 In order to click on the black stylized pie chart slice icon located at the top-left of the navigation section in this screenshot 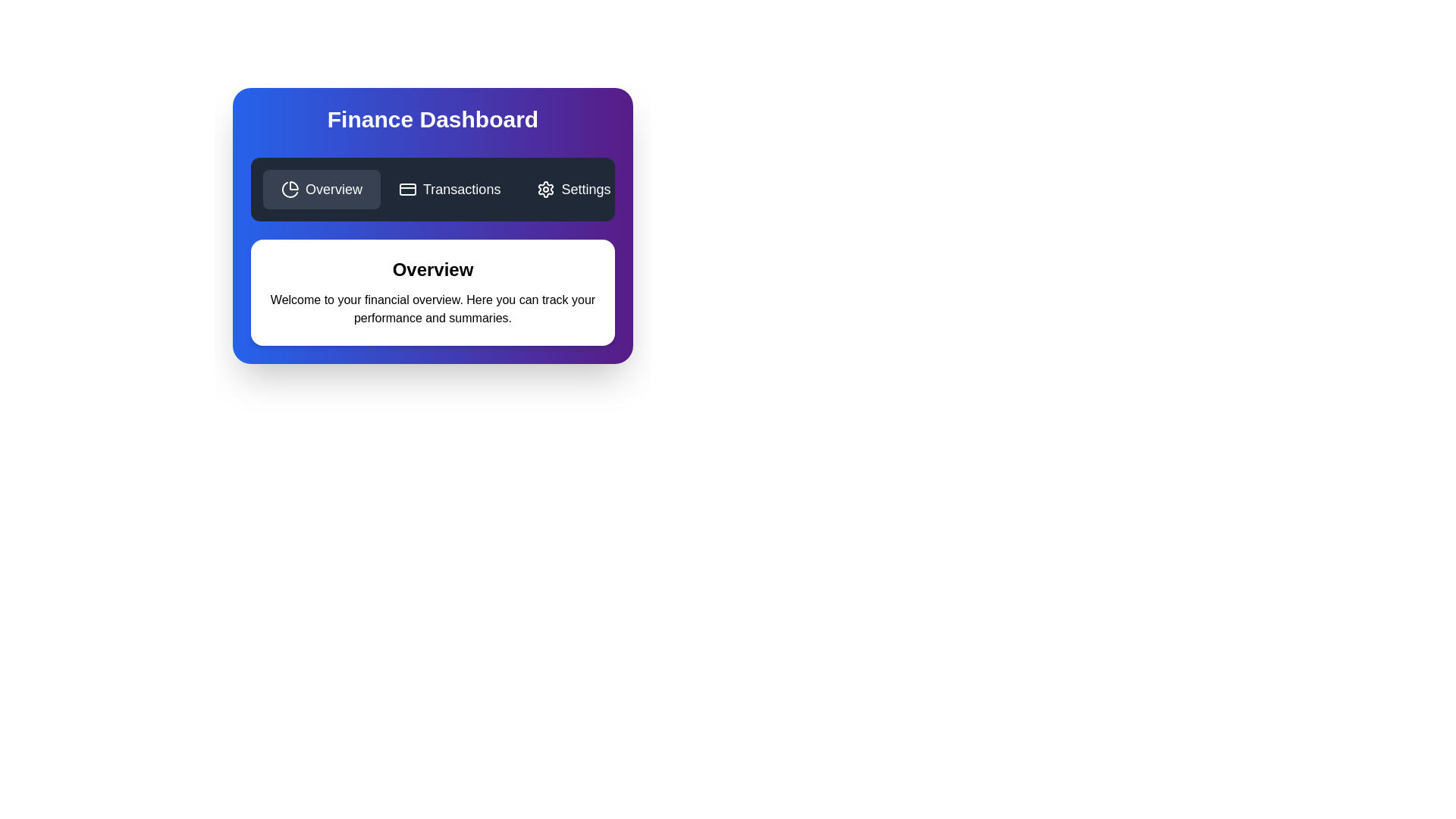, I will do `click(290, 189)`.